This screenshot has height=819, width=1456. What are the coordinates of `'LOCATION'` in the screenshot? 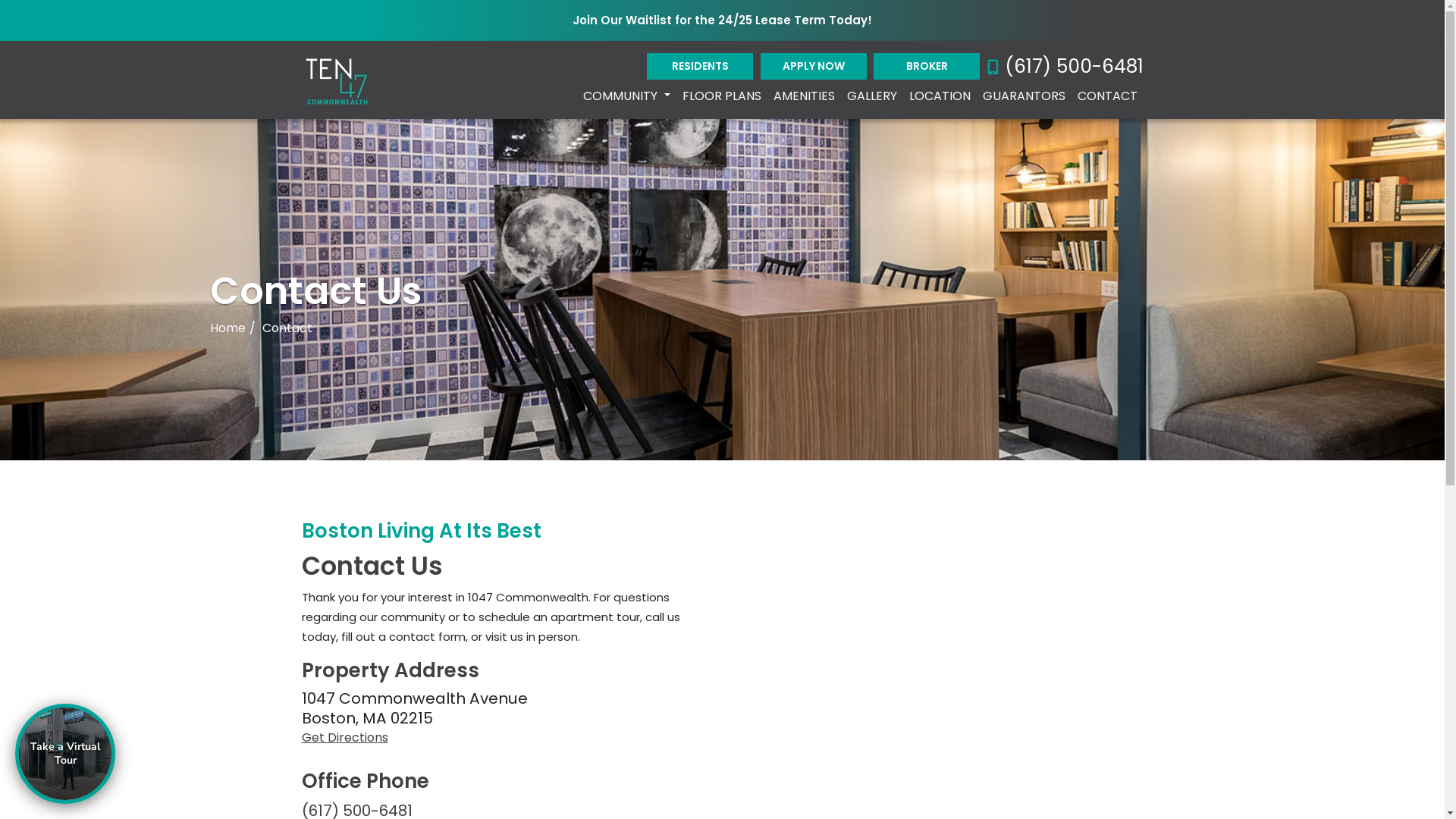 It's located at (938, 96).